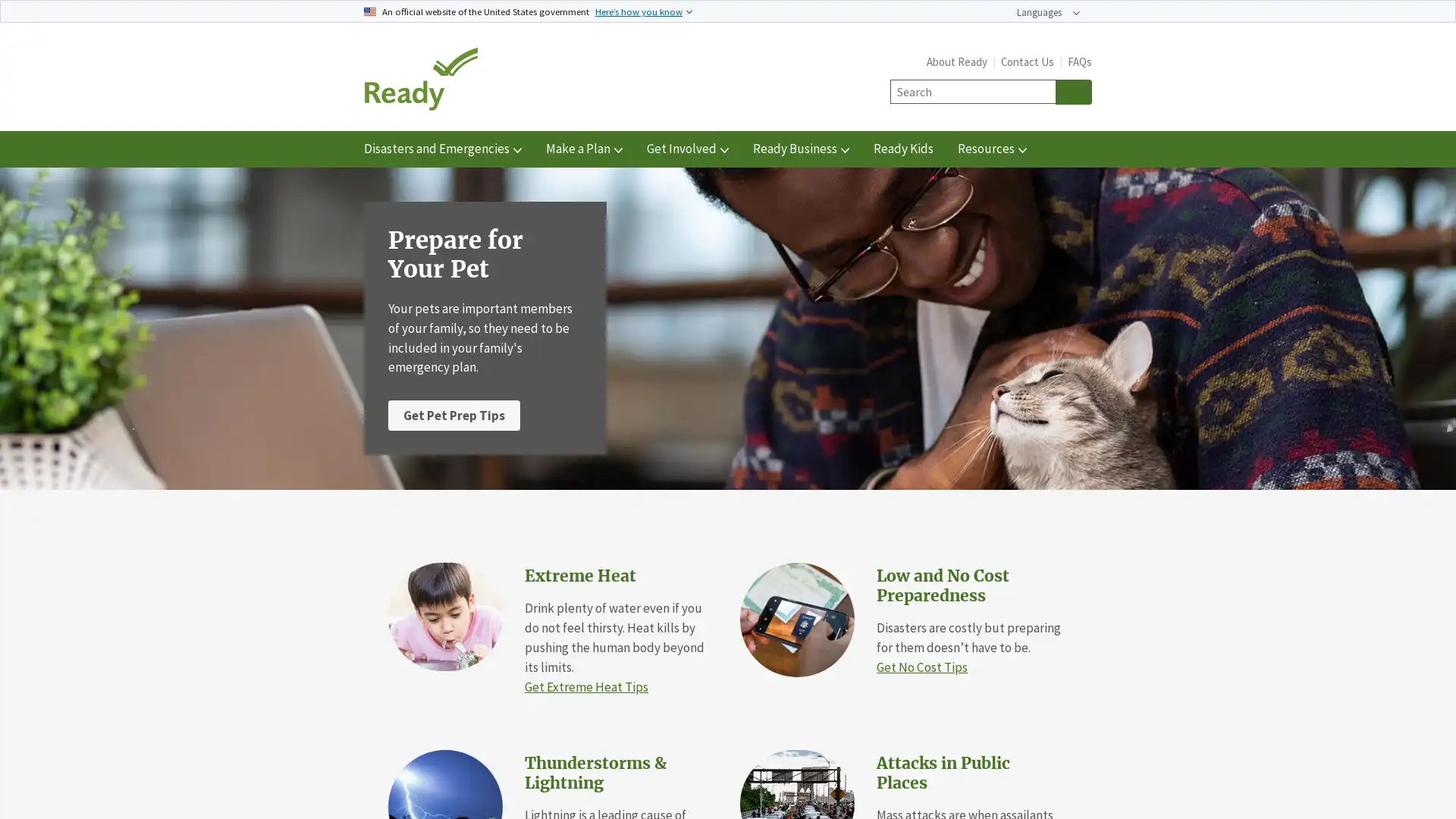 The image size is (1456, 819). Describe the element at coordinates (1047, 12) in the screenshot. I see `Languages` at that location.